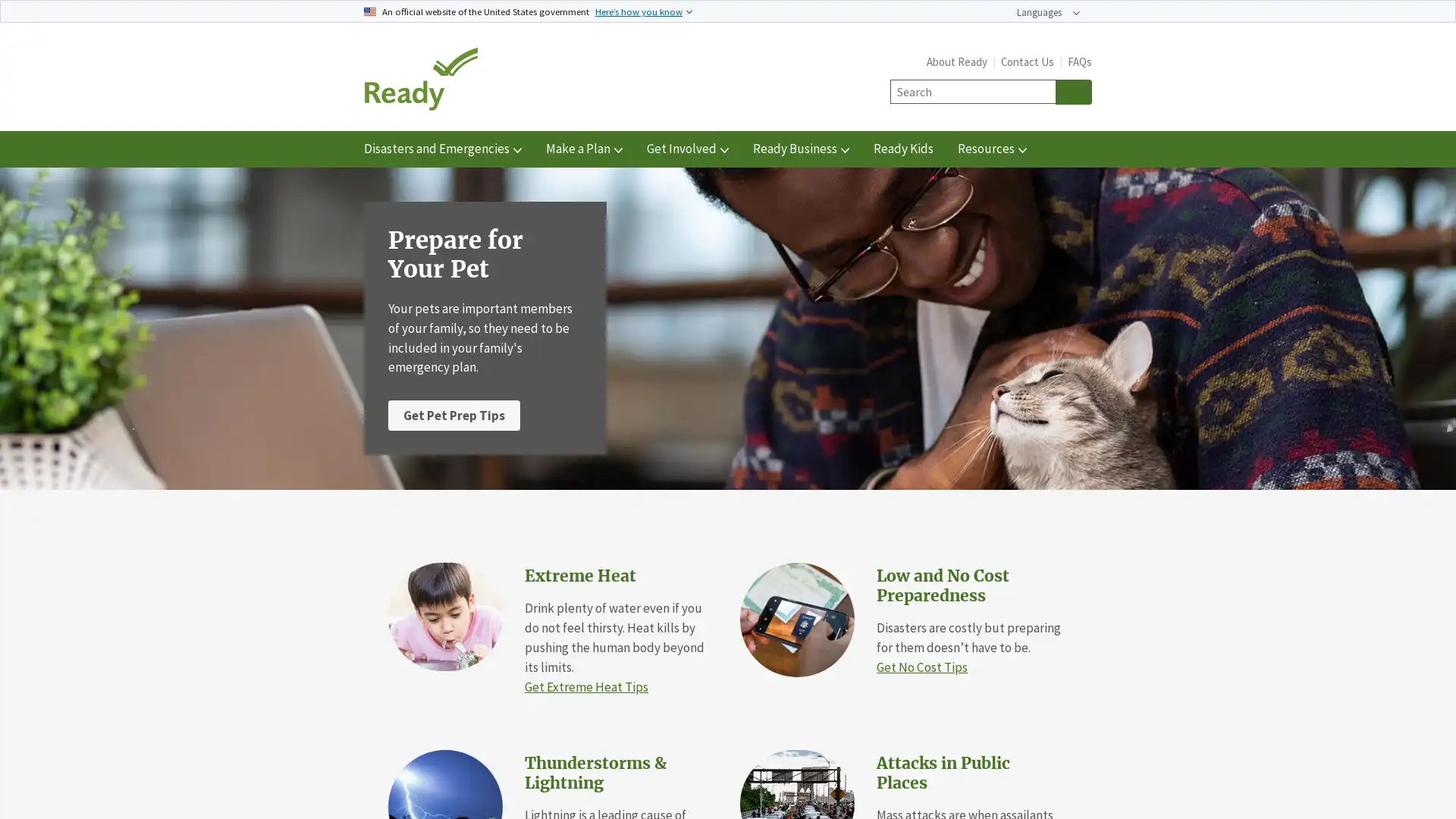 The image size is (1456, 819). Describe the element at coordinates (1047, 12) in the screenshot. I see `Languages` at that location.